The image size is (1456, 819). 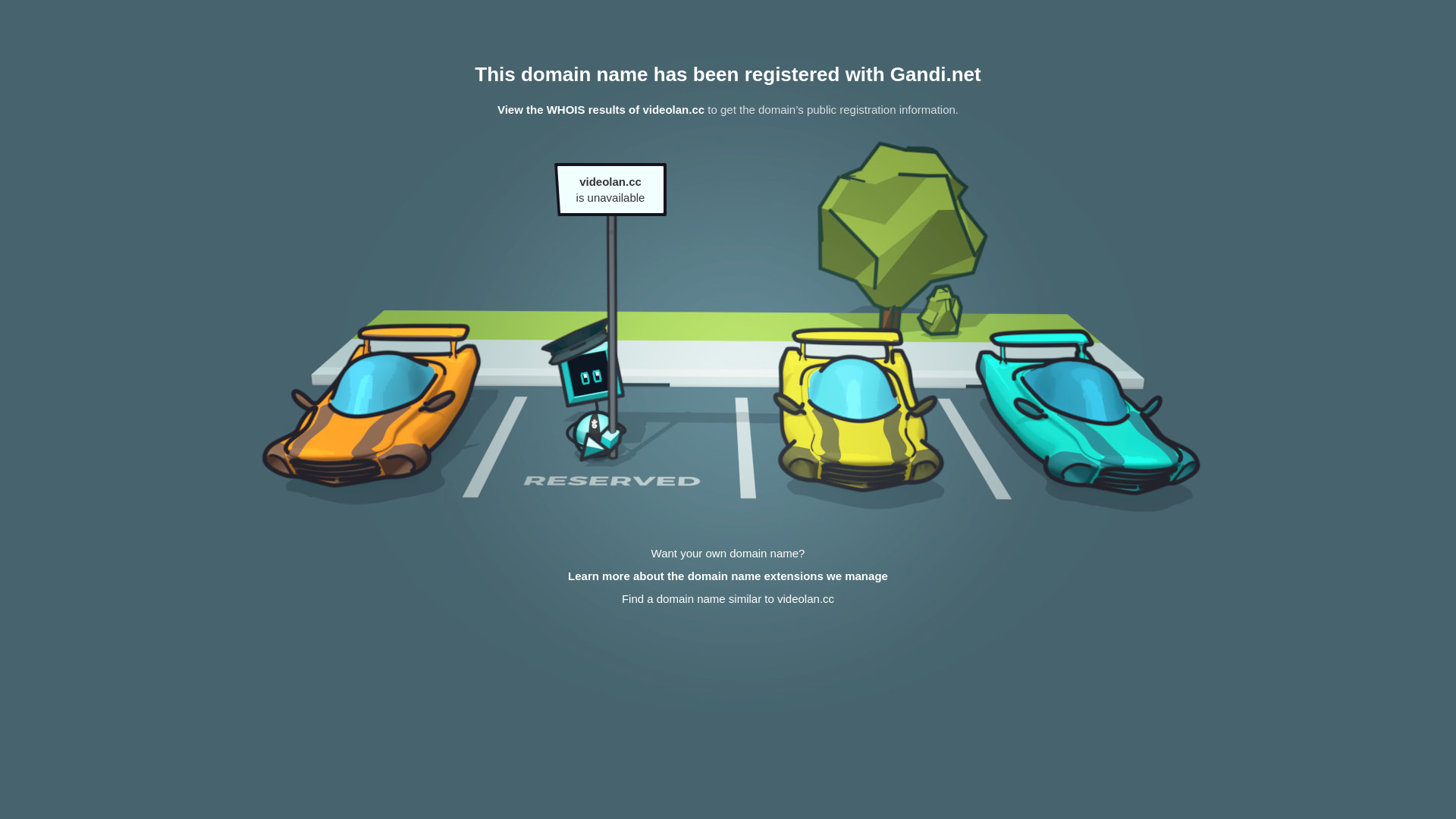 I want to click on 'View the WHOIS results of videolan.cc', so click(x=600, y=108).